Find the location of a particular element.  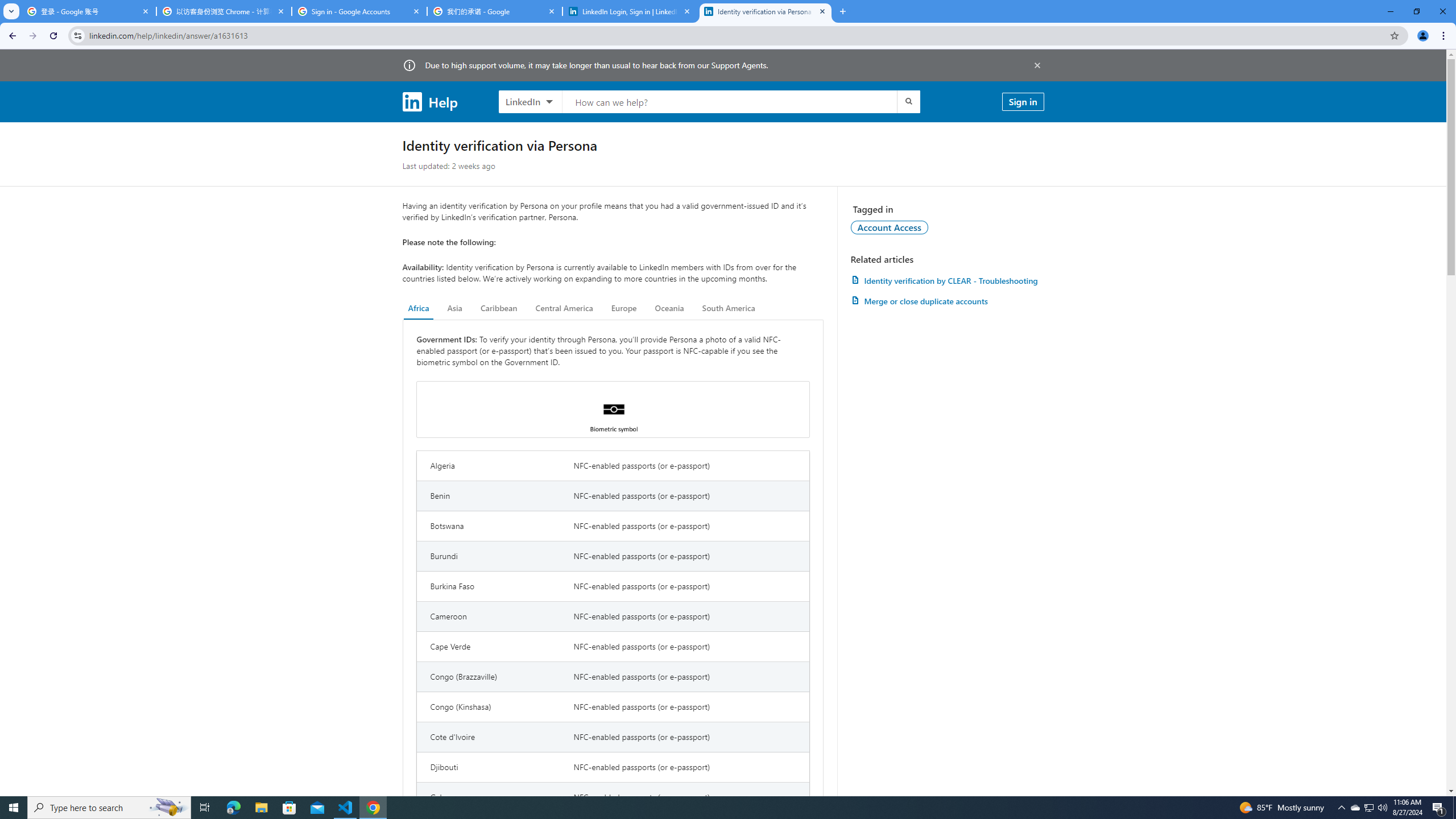

'AutomationID: article-link-a1337200' is located at coordinates (946, 300).